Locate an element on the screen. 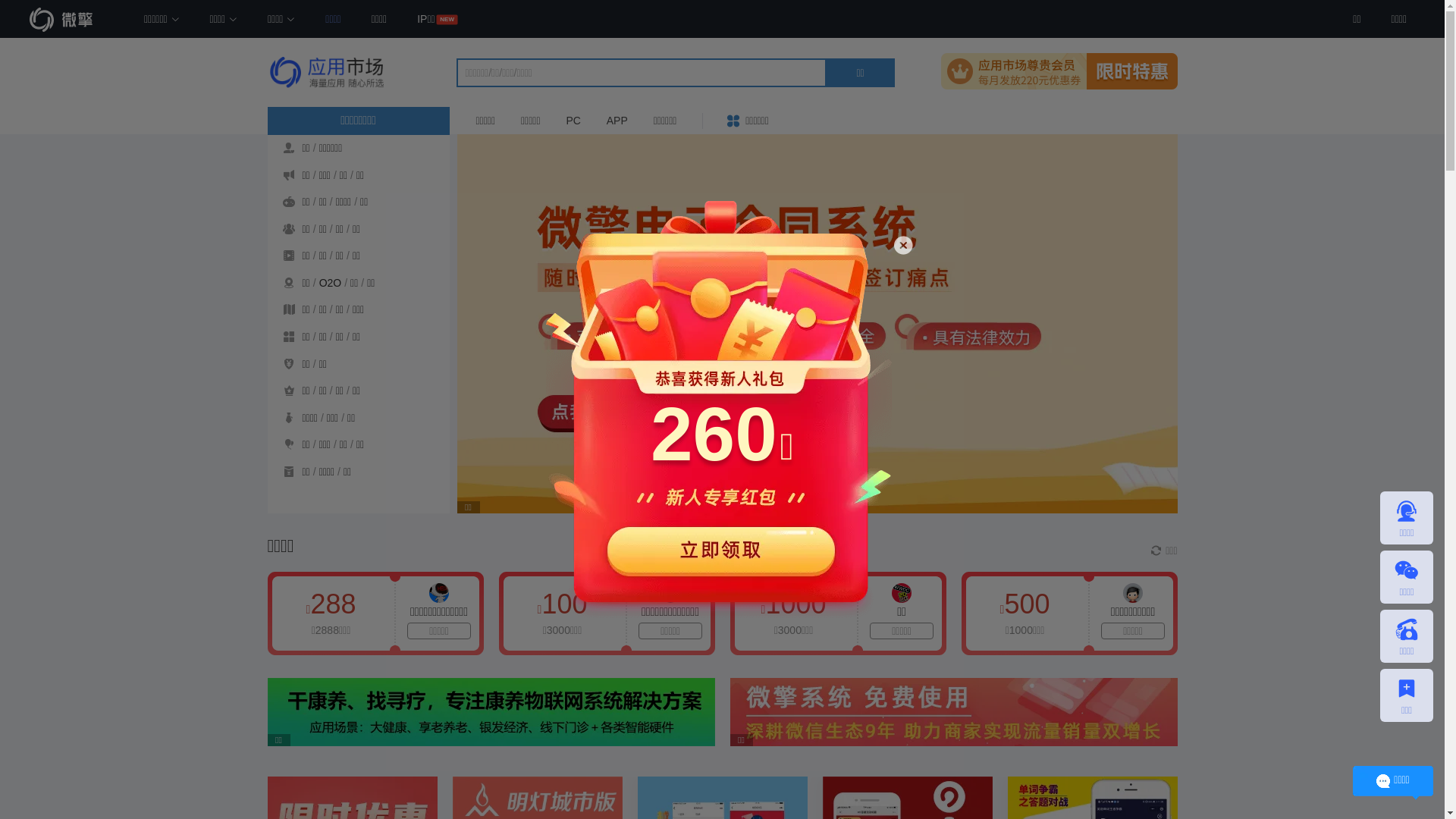  'APP' is located at coordinates (617, 119).